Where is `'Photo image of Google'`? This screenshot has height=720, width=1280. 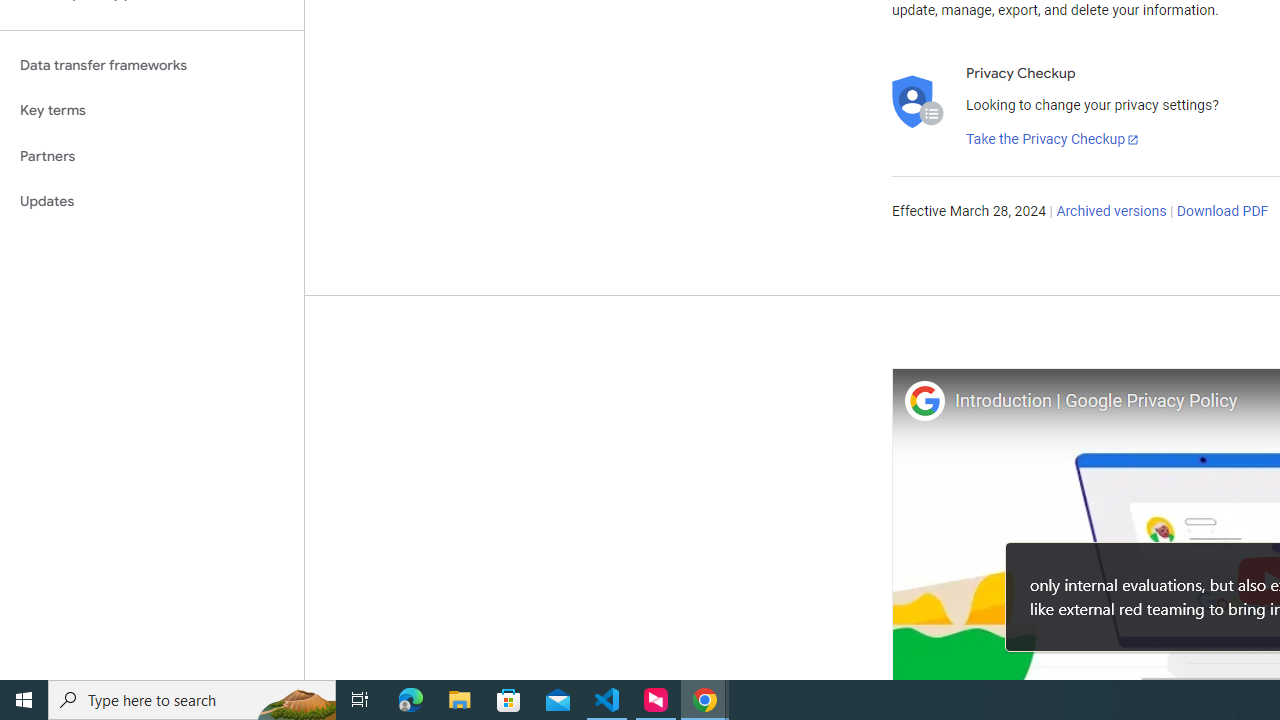 'Photo image of Google' is located at coordinates (923, 400).